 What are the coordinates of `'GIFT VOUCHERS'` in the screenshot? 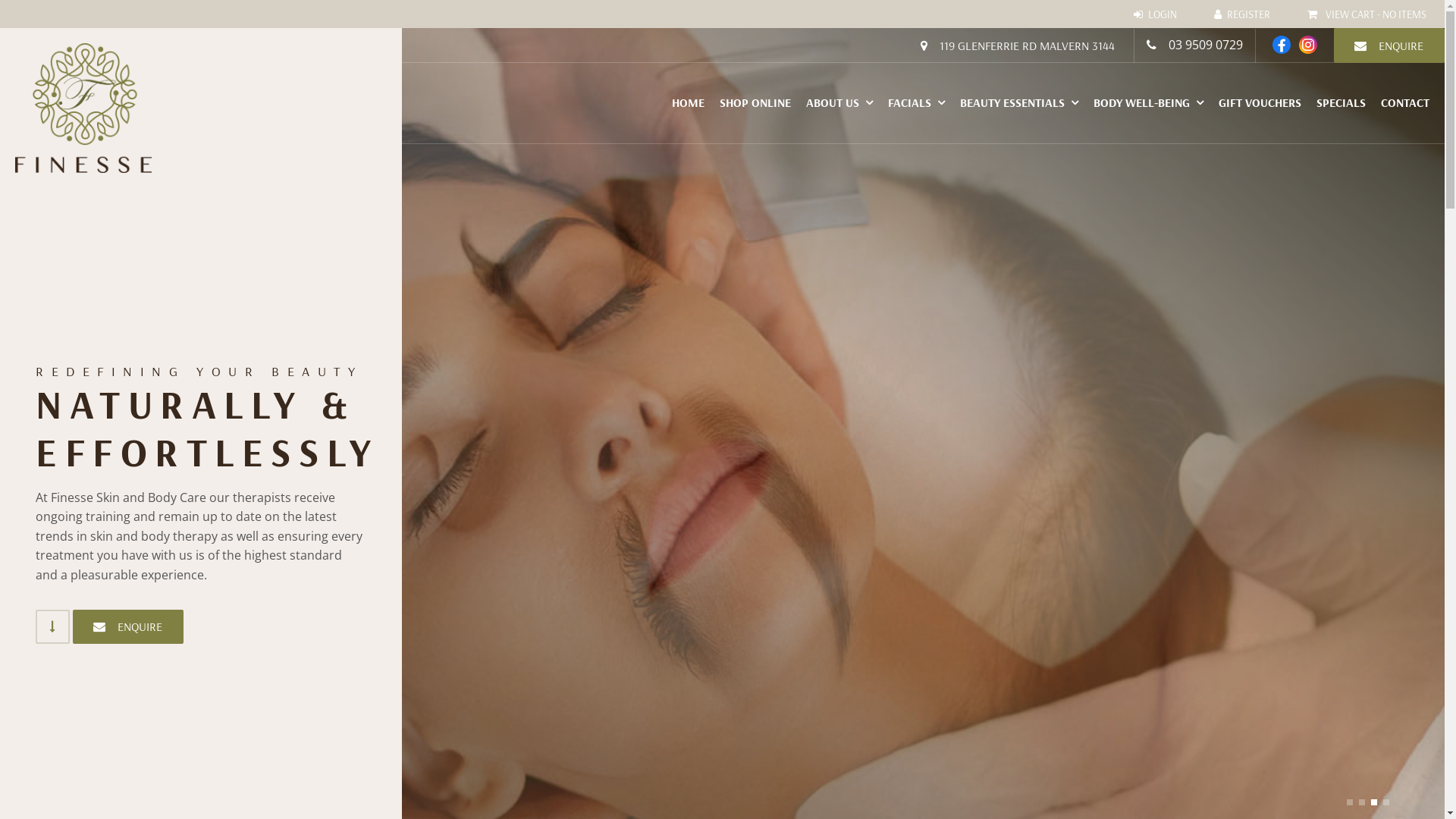 It's located at (1210, 102).